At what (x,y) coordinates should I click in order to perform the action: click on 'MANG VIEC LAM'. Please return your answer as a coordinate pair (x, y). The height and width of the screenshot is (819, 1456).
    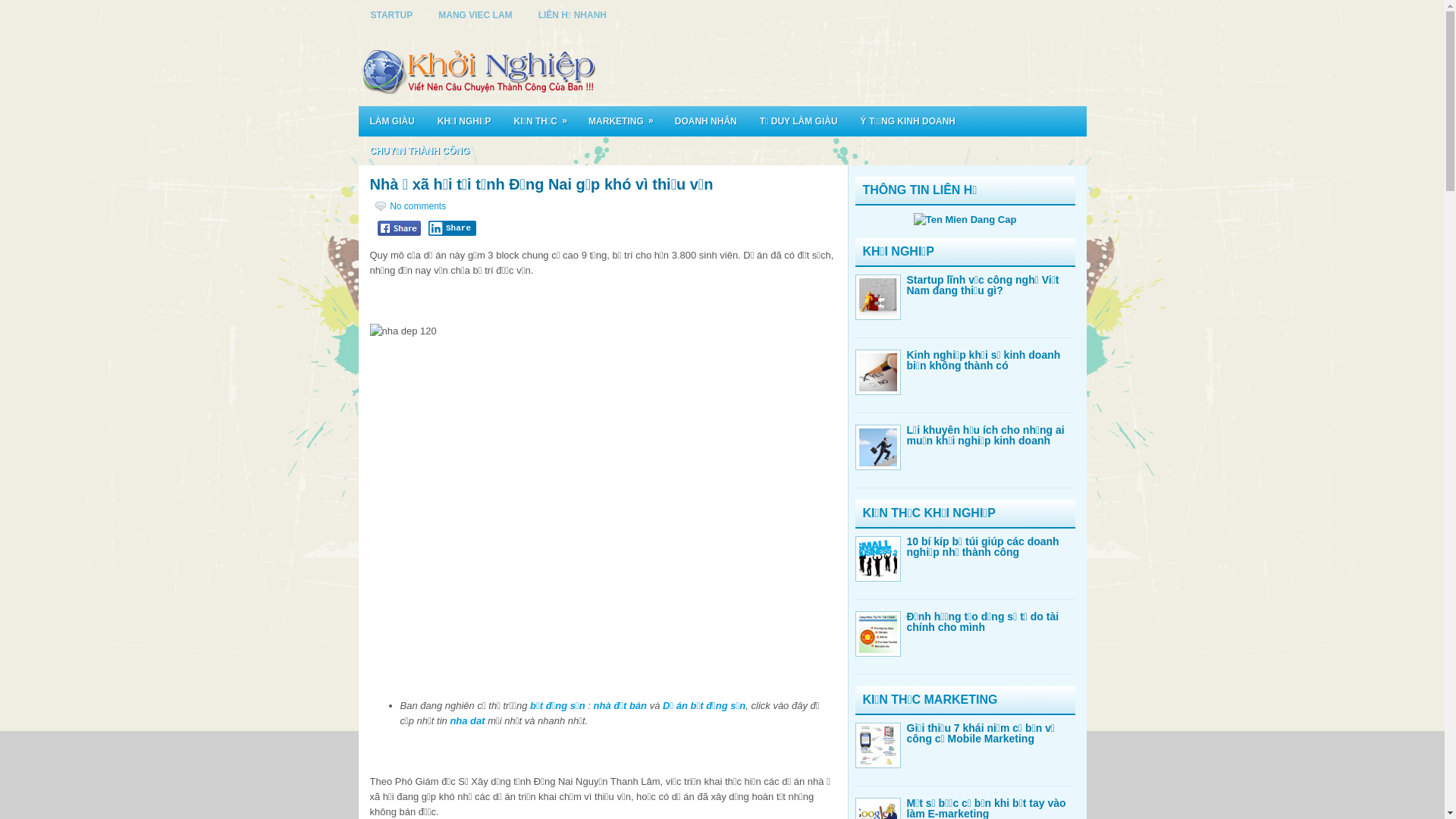
    Looking at the image, I should click on (474, 14).